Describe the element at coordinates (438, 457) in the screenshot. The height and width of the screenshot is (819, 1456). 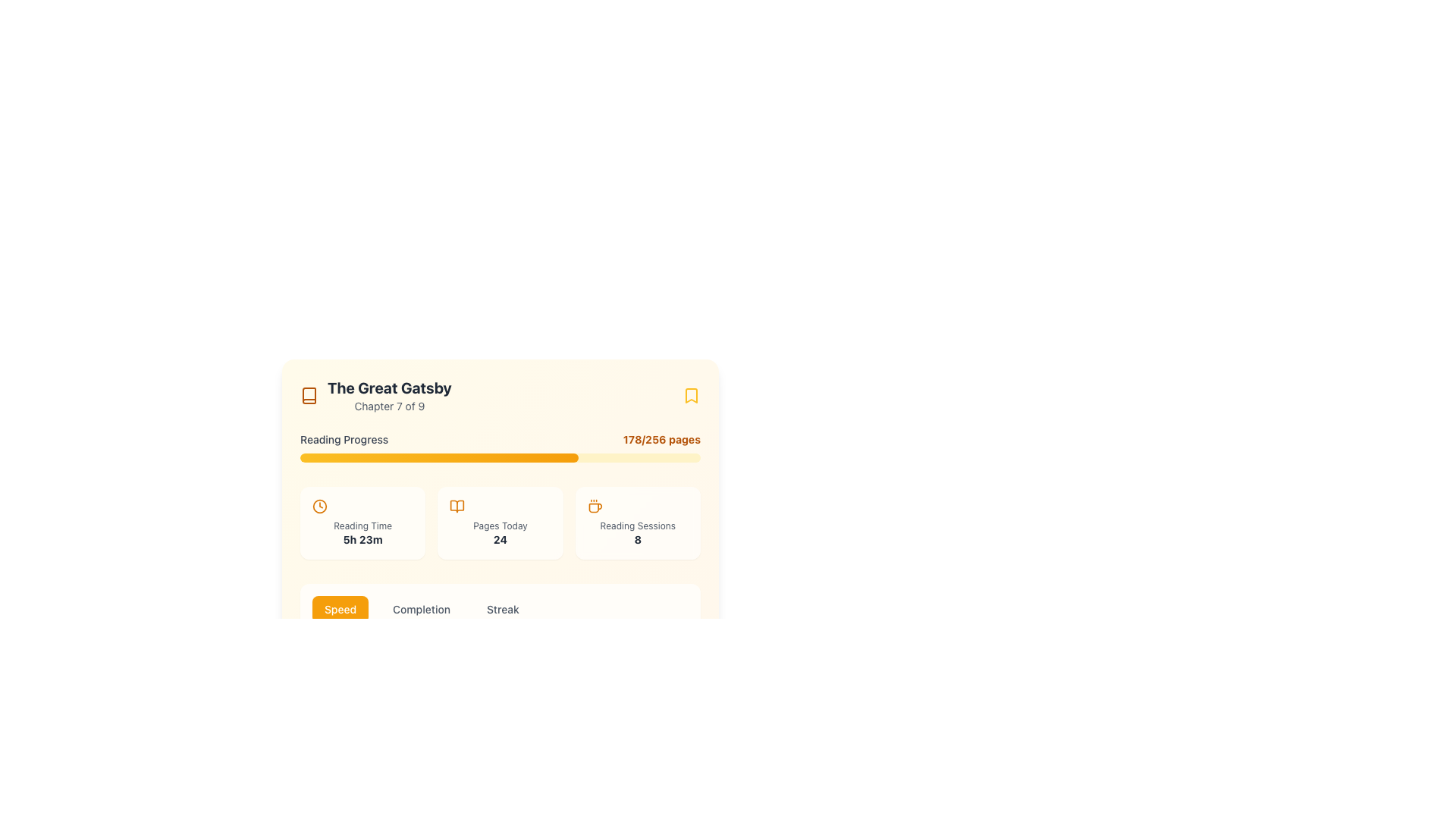
I see `progress bar segment representing the reading progress of 'The Great Gatsby' for debugging purposes` at that location.